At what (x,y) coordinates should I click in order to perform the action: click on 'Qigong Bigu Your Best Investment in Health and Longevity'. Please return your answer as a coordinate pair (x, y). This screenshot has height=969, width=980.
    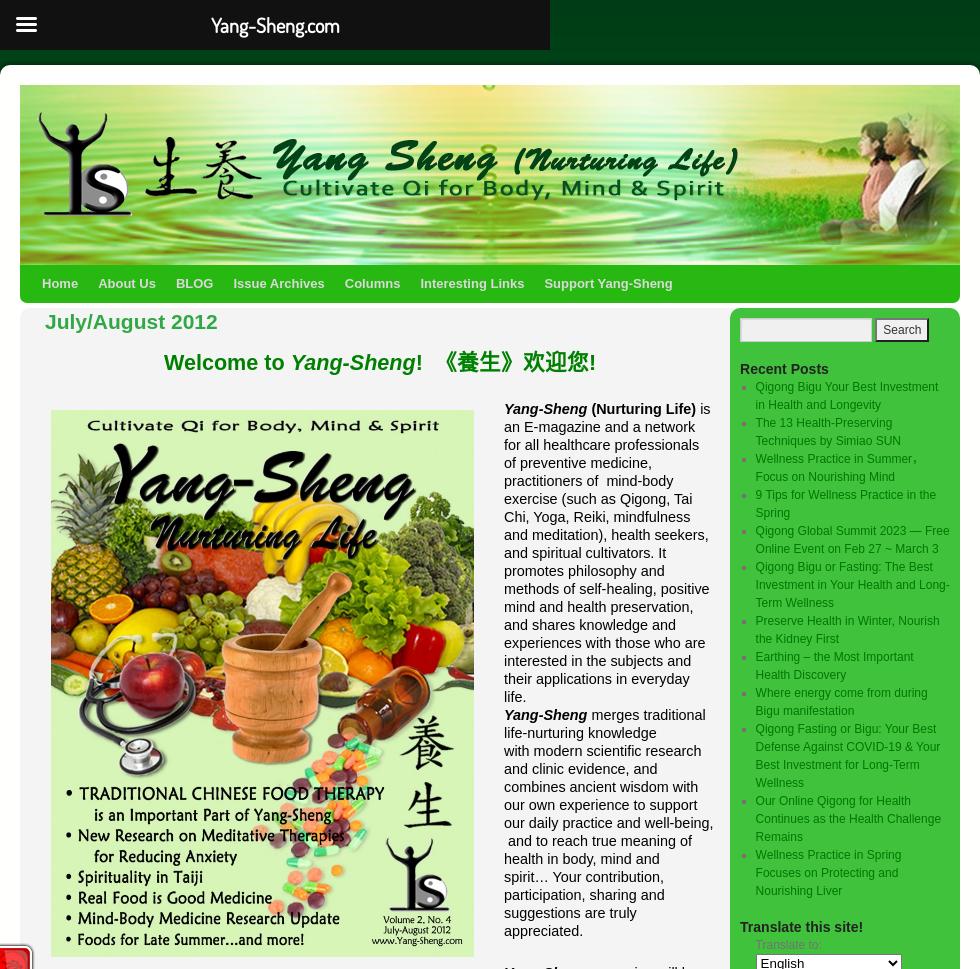
    Looking at the image, I should click on (754, 396).